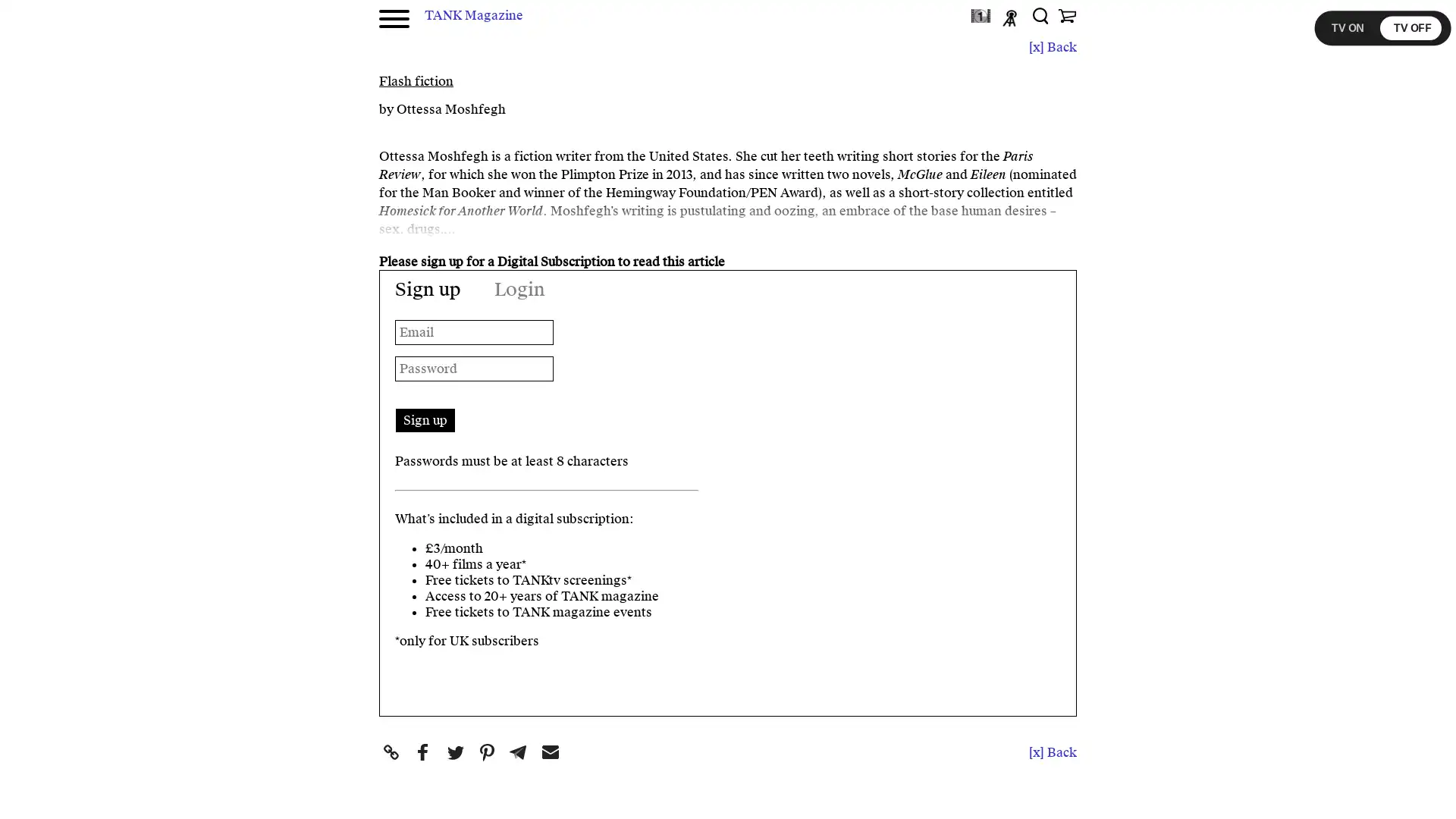 The image size is (1456, 819). What do you see at coordinates (457, 752) in the screenshot?
I see `Share to Twitter` at bounding box center [457, 752].